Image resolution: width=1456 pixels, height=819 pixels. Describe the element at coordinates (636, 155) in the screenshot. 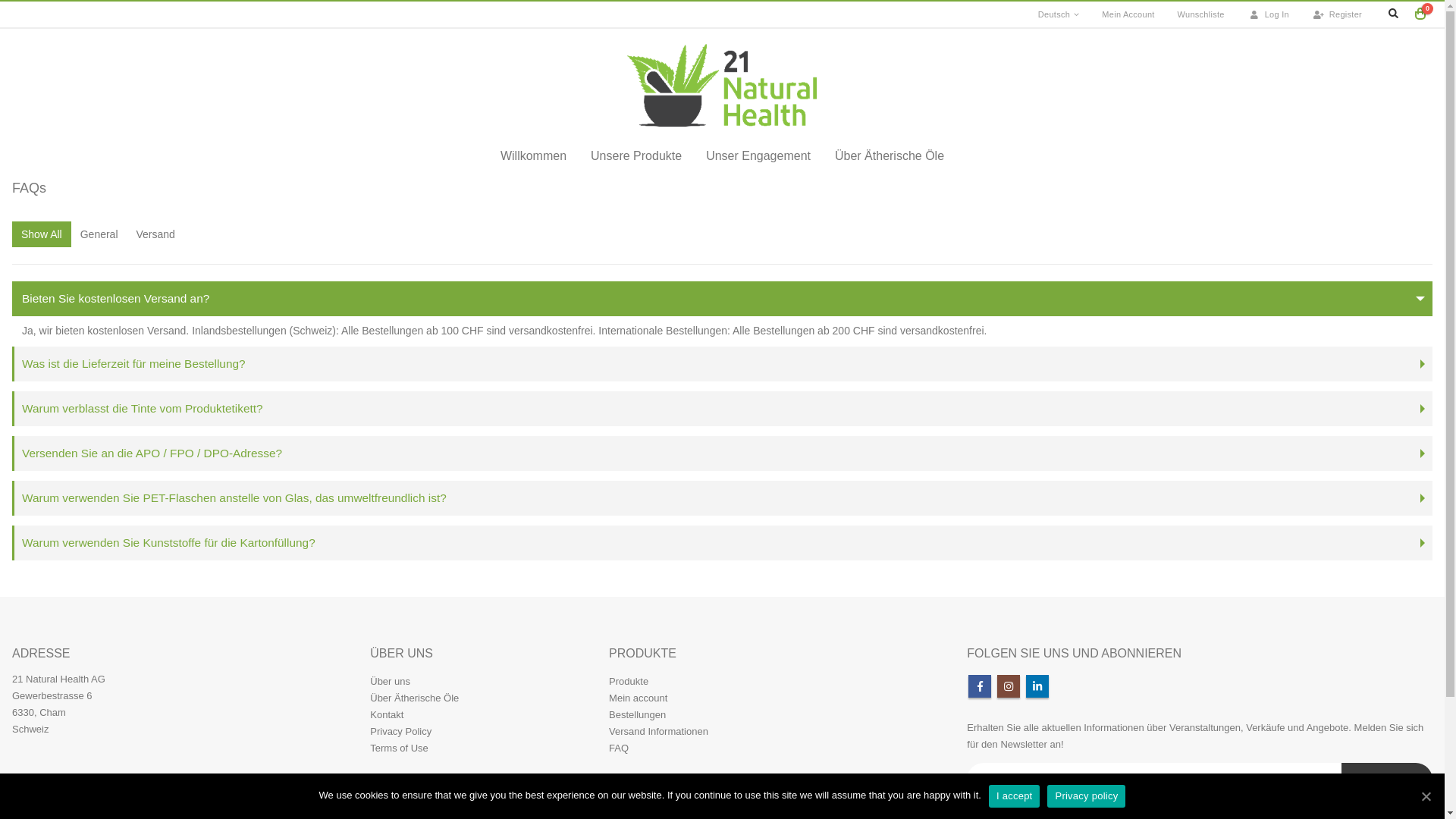

I see `'Unsere Produkte'` at that location.